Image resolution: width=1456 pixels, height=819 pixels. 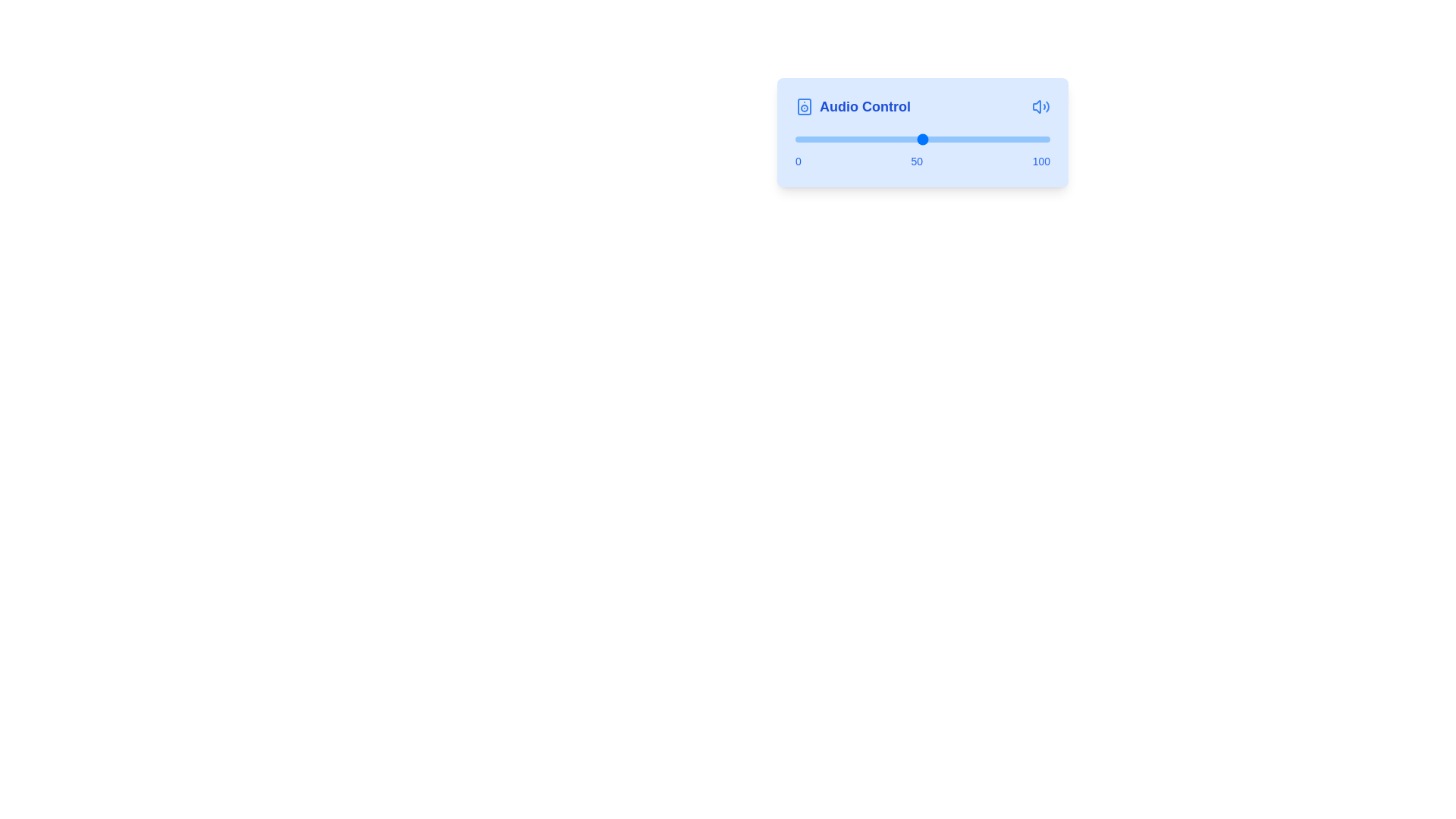 I want to click on the speaker icon representing the audio system located to the left of the 'Audio Control' text, so click(x=803, y=106).